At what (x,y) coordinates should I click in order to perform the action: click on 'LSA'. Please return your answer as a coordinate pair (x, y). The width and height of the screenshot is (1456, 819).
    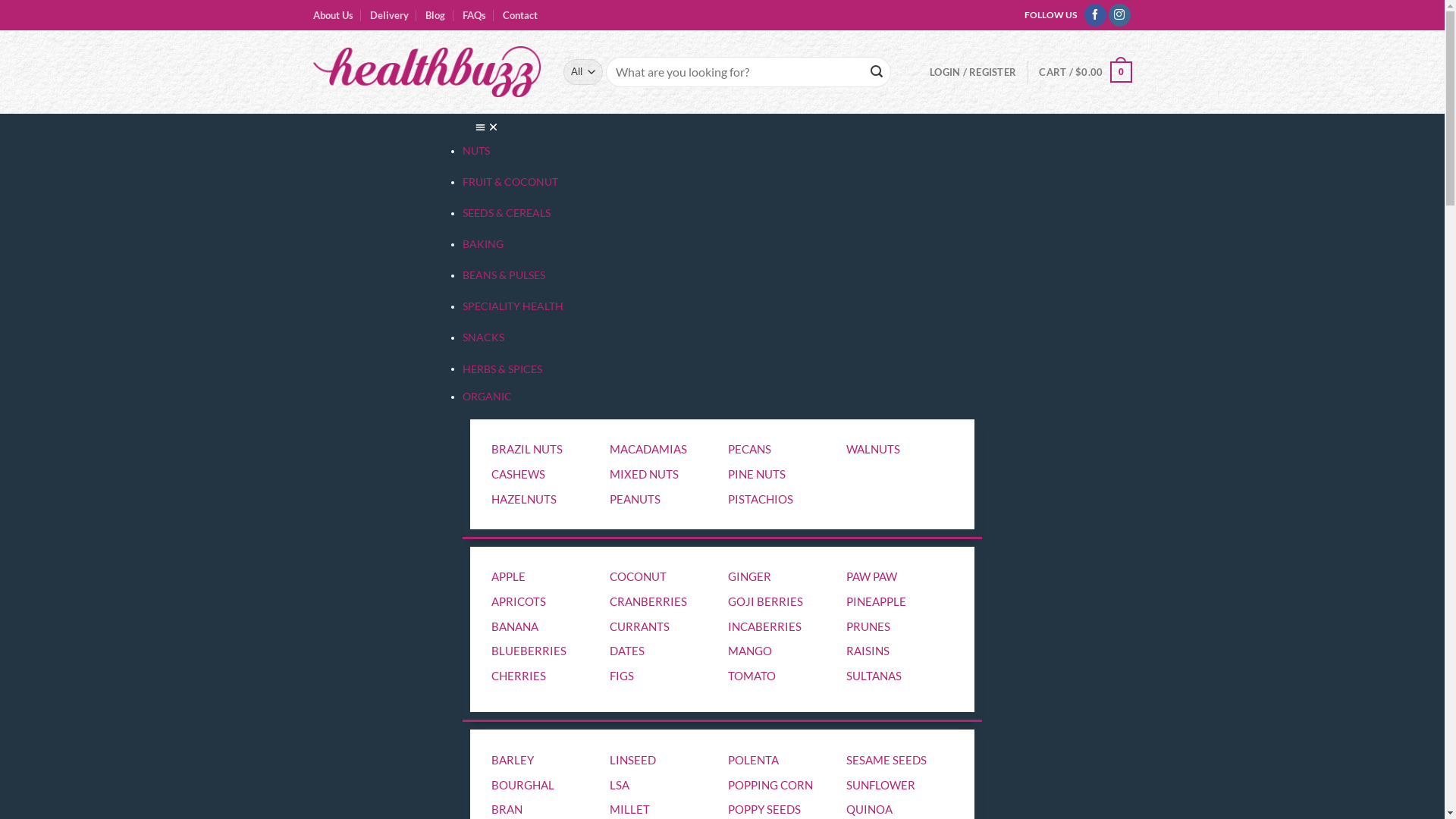
    Looking at the image, I should click on (619, 784).